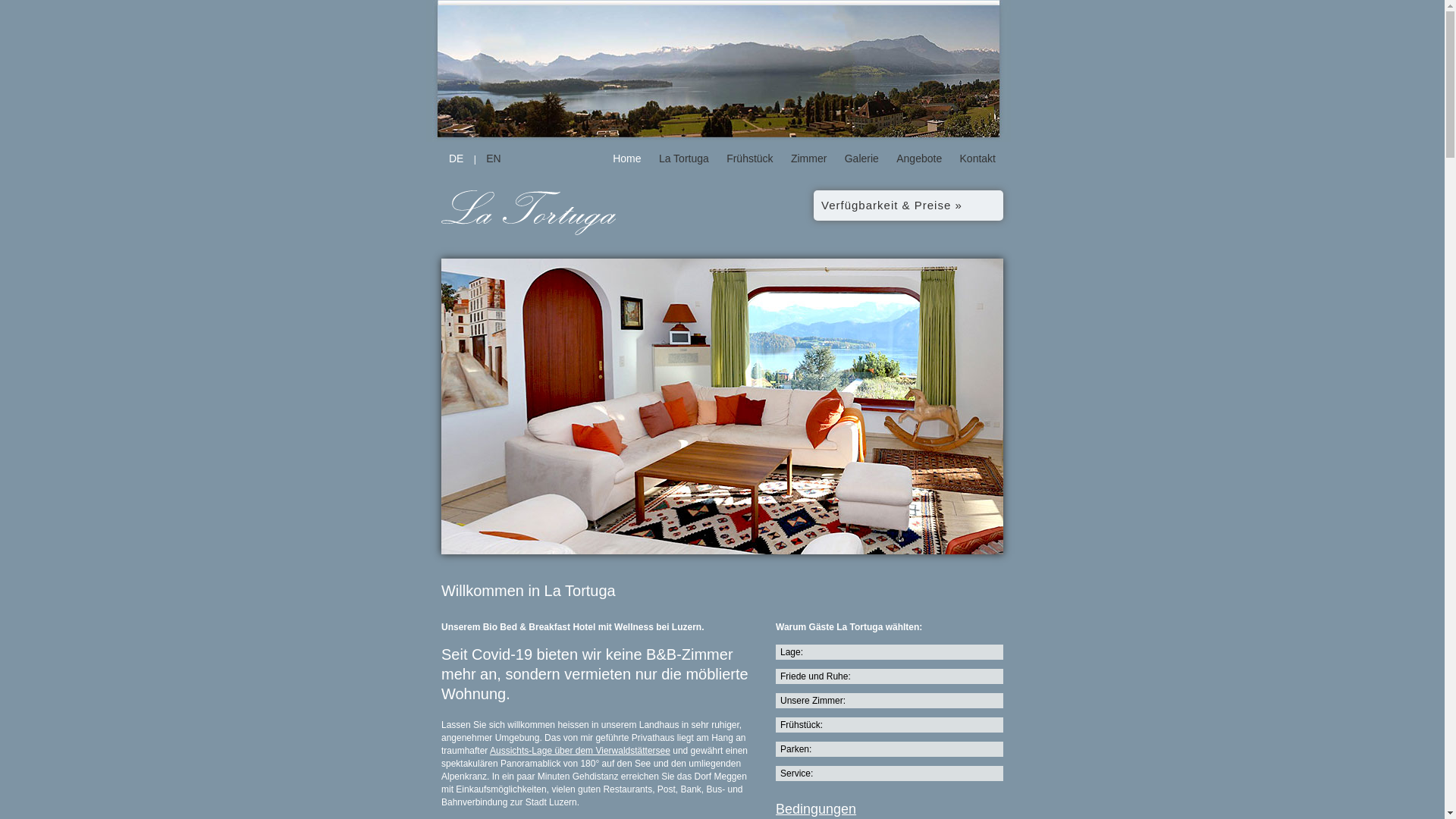 This screenshot has width=1456, height=819. What do you see at coordinates (977, 158) in the screenshot?
I see `'Kontakt'` at bounding box center [977, 158].